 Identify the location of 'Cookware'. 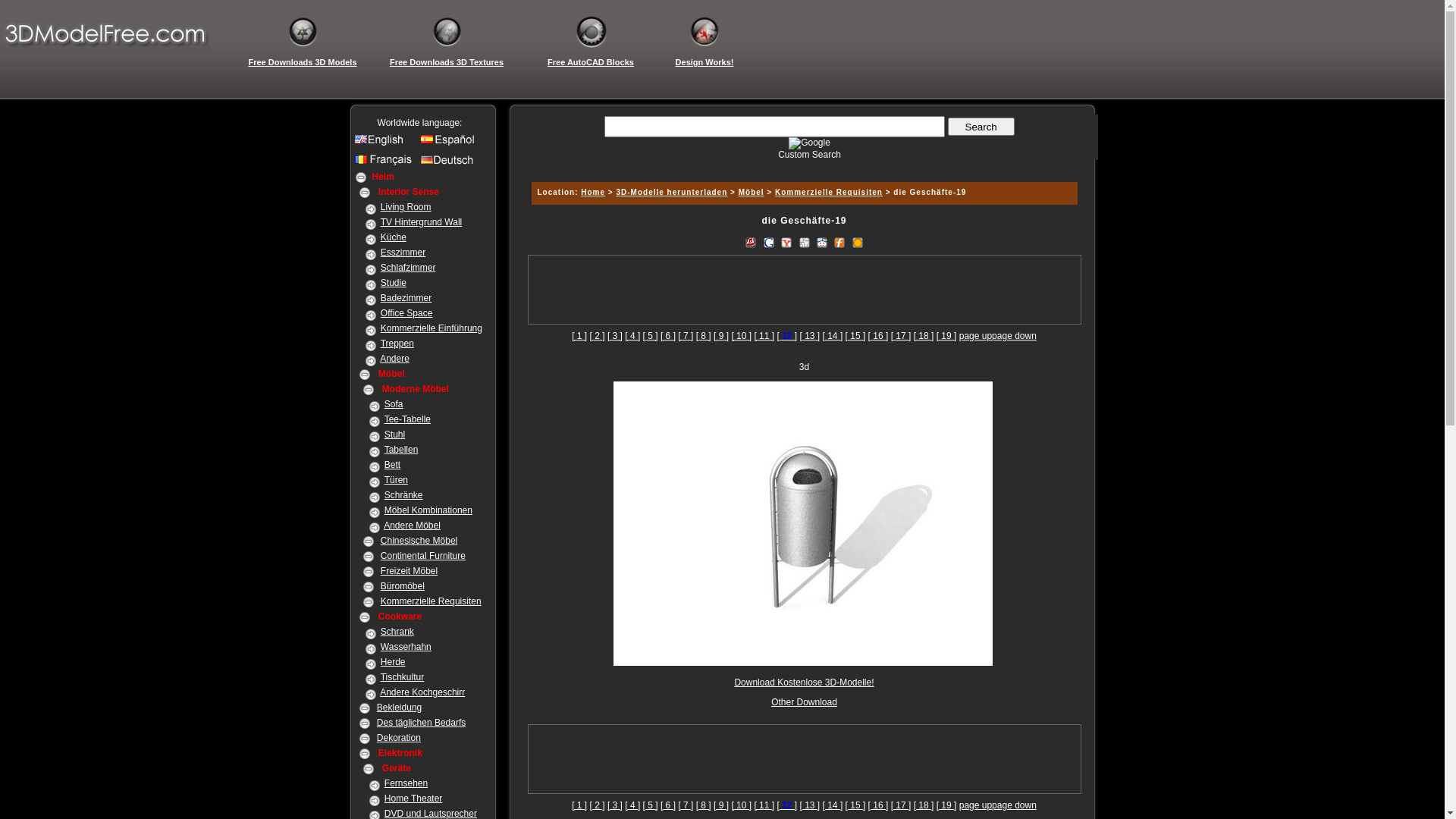
(400, 617).